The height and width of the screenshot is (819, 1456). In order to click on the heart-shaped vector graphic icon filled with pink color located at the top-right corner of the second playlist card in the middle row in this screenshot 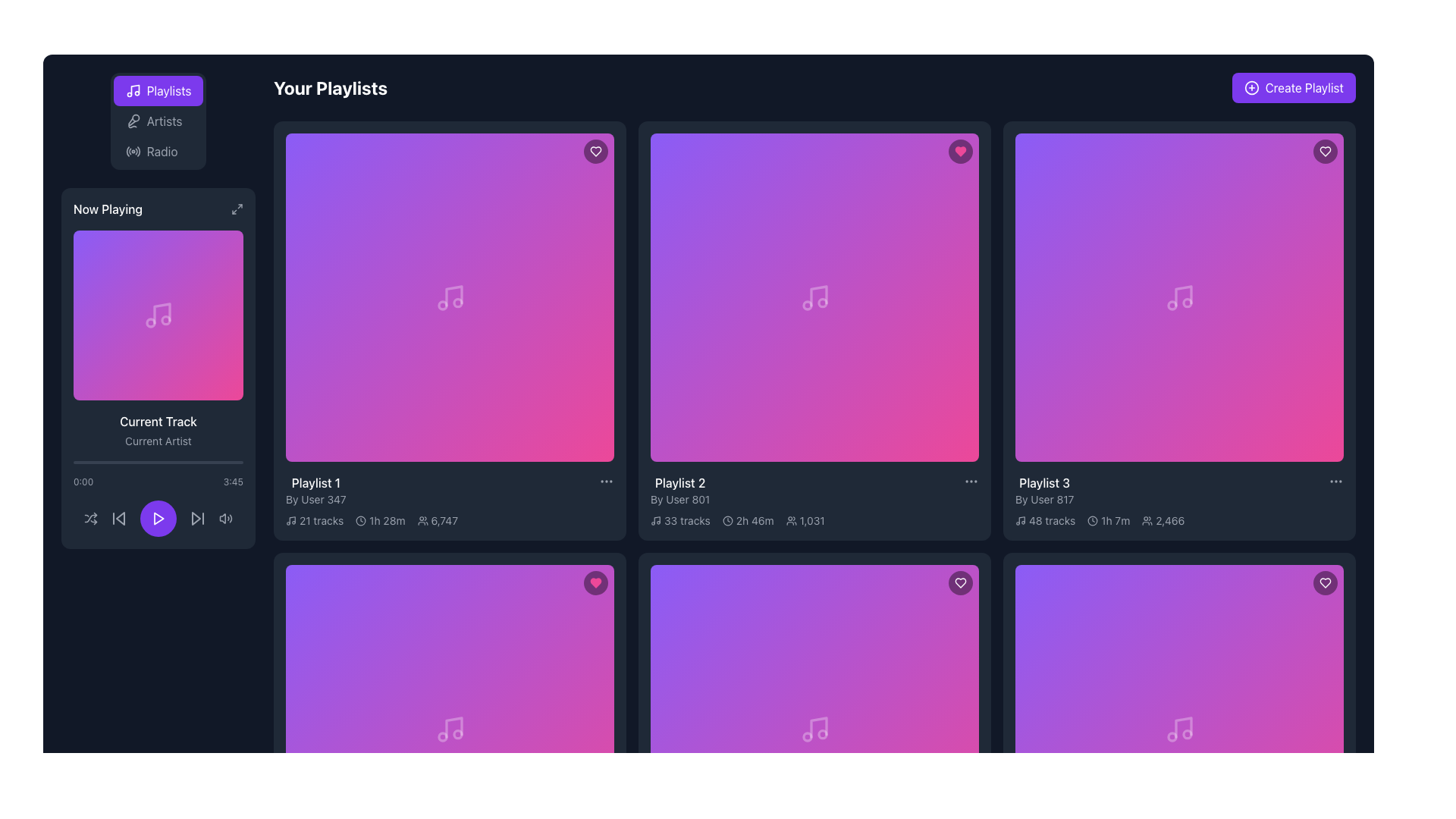, I will do `click(595, 582)`.